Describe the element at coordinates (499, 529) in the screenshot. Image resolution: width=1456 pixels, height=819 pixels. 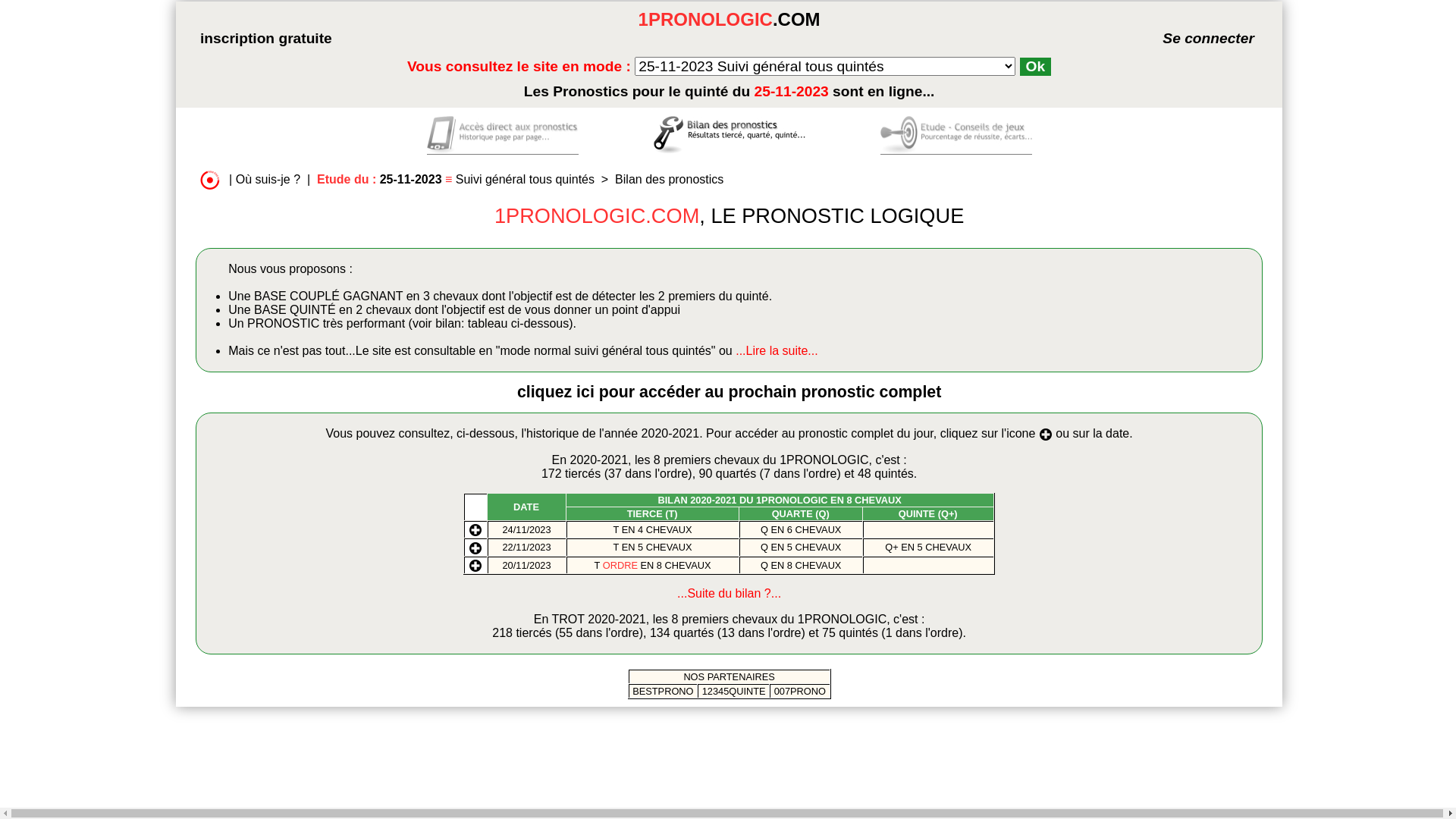
I see `' 24/11/2023 '` at that location.